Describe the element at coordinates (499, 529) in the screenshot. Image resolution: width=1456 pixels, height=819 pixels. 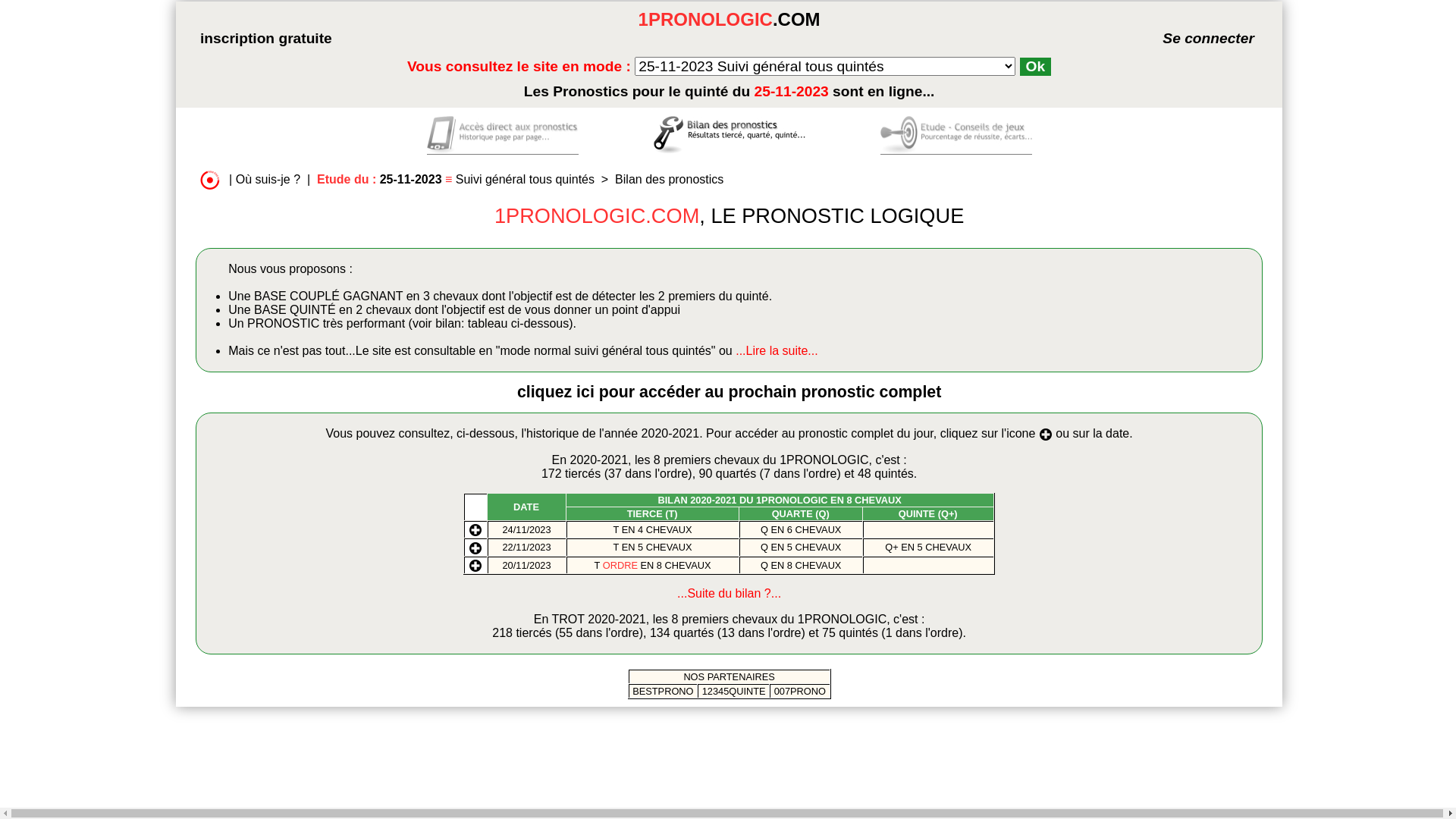
I see `' 24/11/2023 '` at that location.